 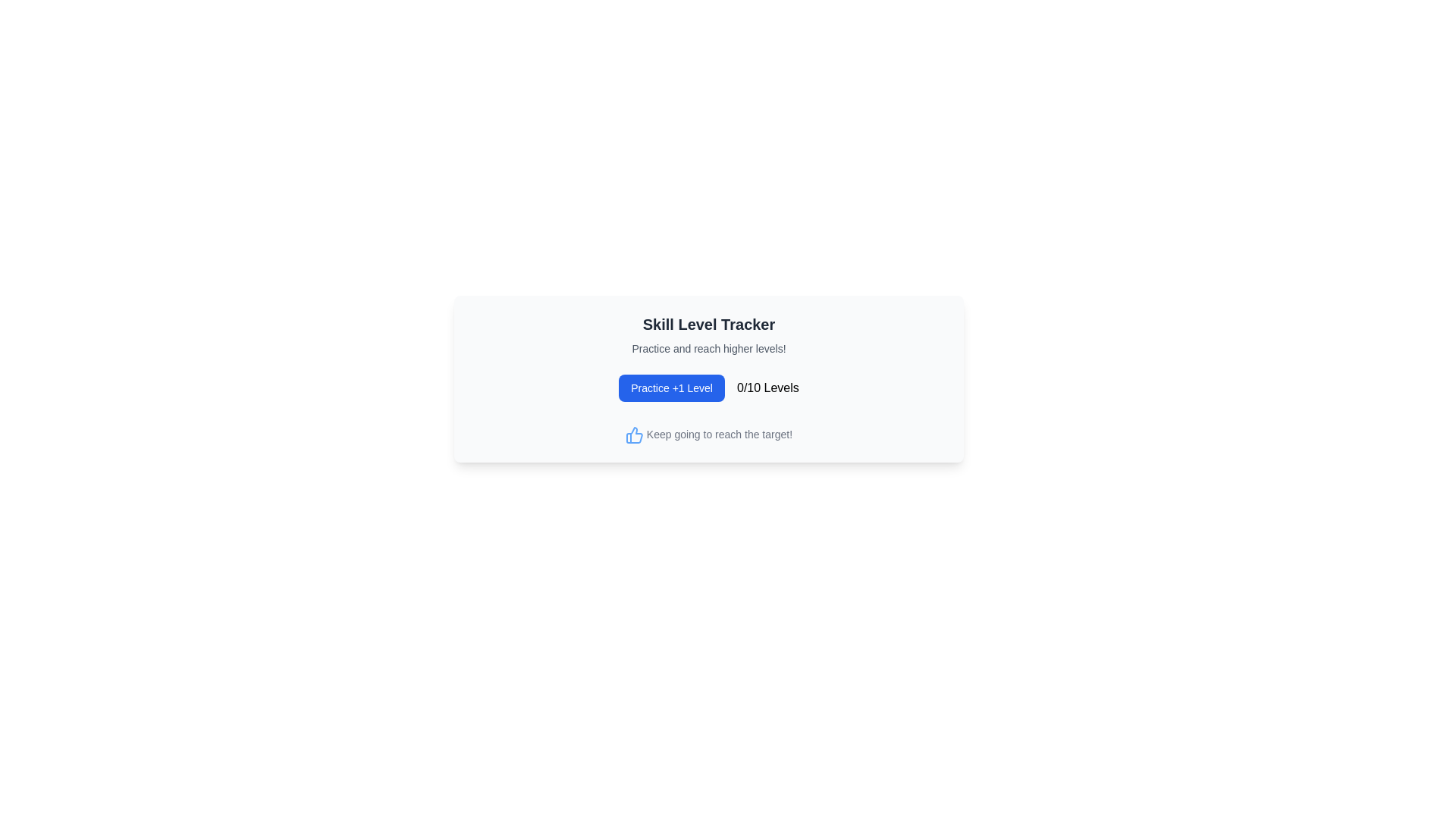 What do you see at coordinates (634, 435) in the screenshot?
I see `the decorative encouragement icon located to the left of the message 'Keep going to reach the target!'` at bounding box center [634, 435].